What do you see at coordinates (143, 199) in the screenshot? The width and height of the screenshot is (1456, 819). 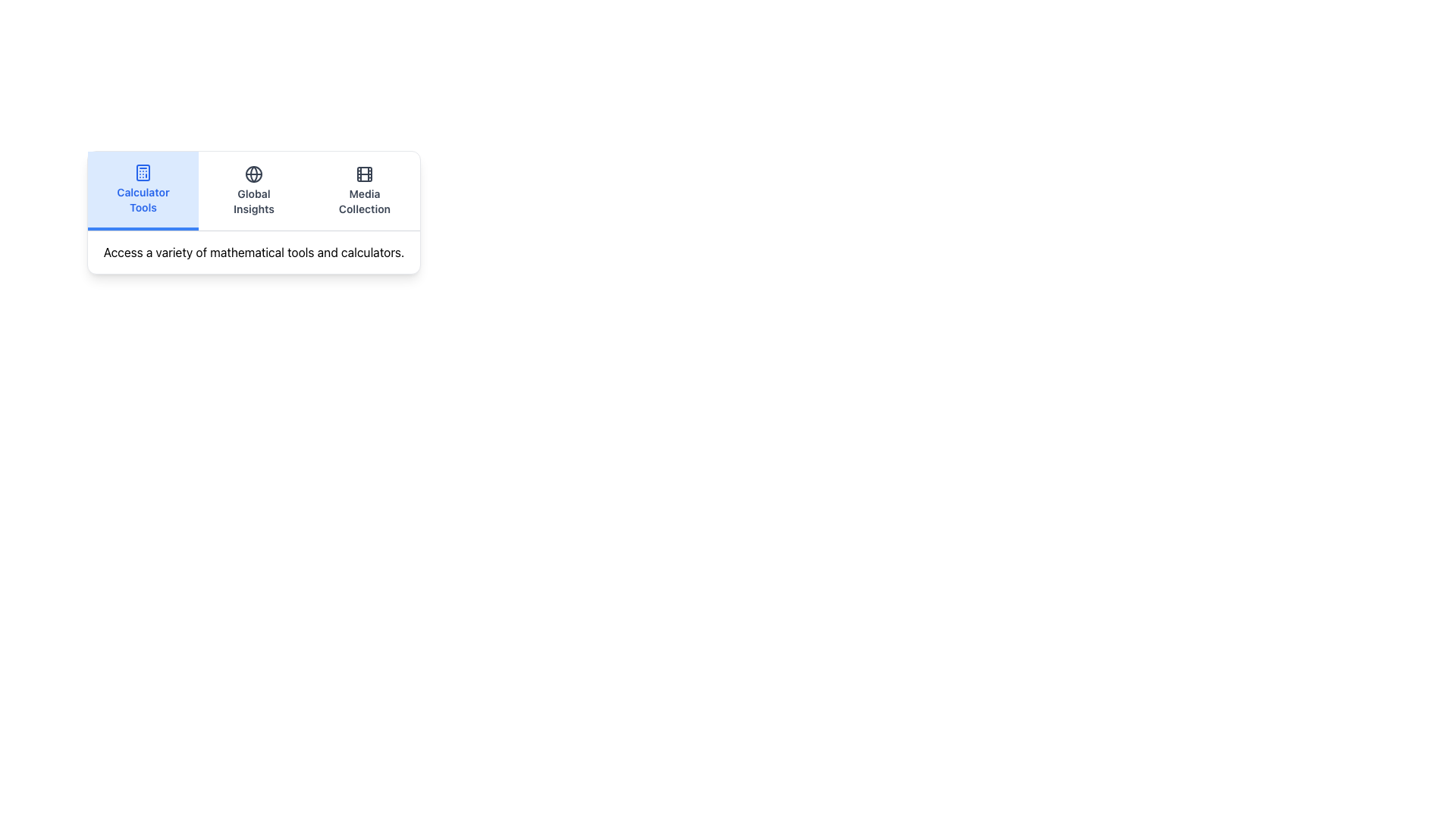 I see `the 'Calculator Tools' text label, which is styled in a smaller font and aligned below a calculator icon on the navigation card` at bounding box center [143, 199].